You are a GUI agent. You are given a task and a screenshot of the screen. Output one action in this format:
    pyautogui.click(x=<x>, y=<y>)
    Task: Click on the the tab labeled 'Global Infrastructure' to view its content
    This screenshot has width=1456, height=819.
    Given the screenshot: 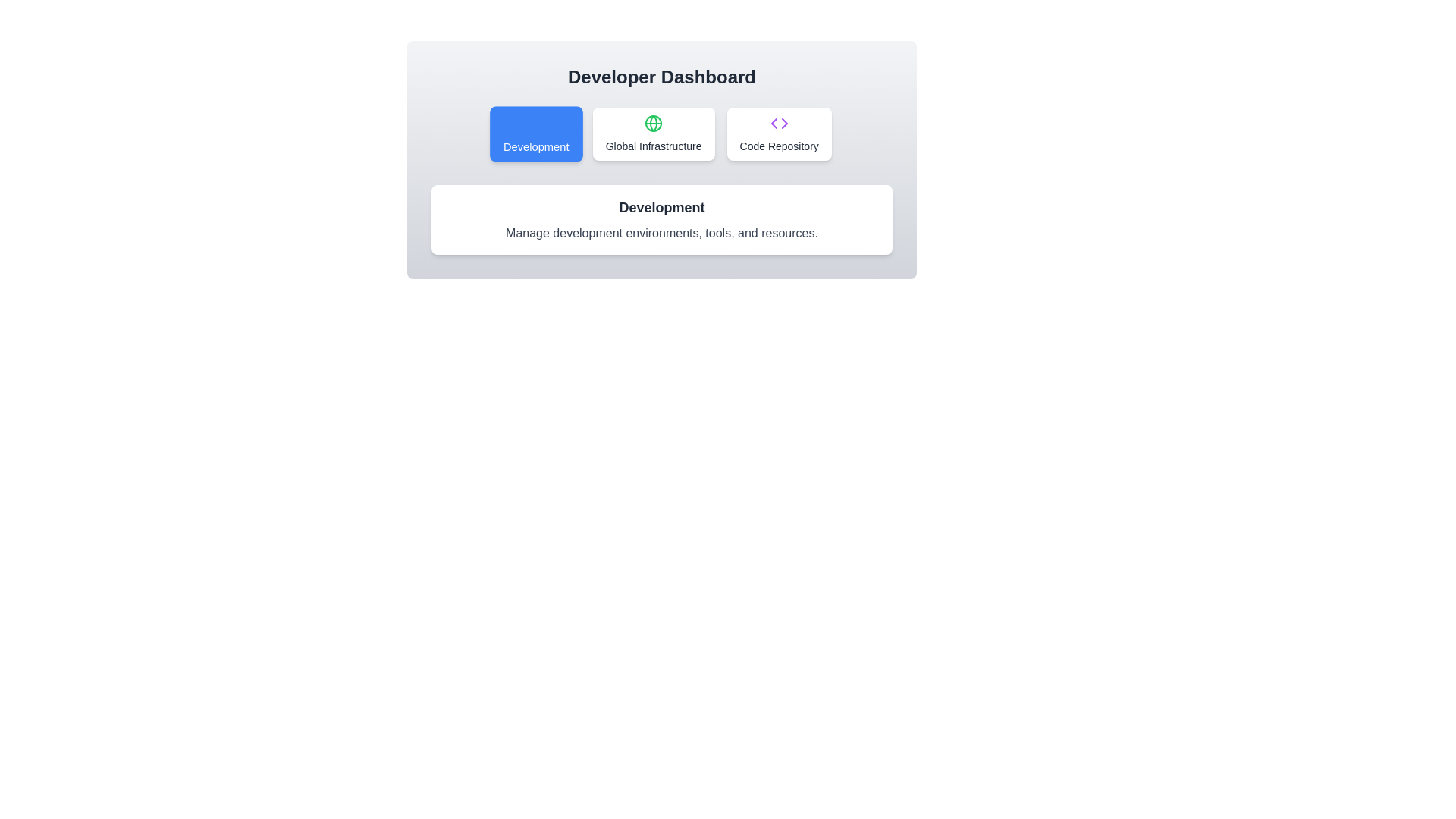 What is the action you would take?
    pyautogui.click(x=654, y=133)
    